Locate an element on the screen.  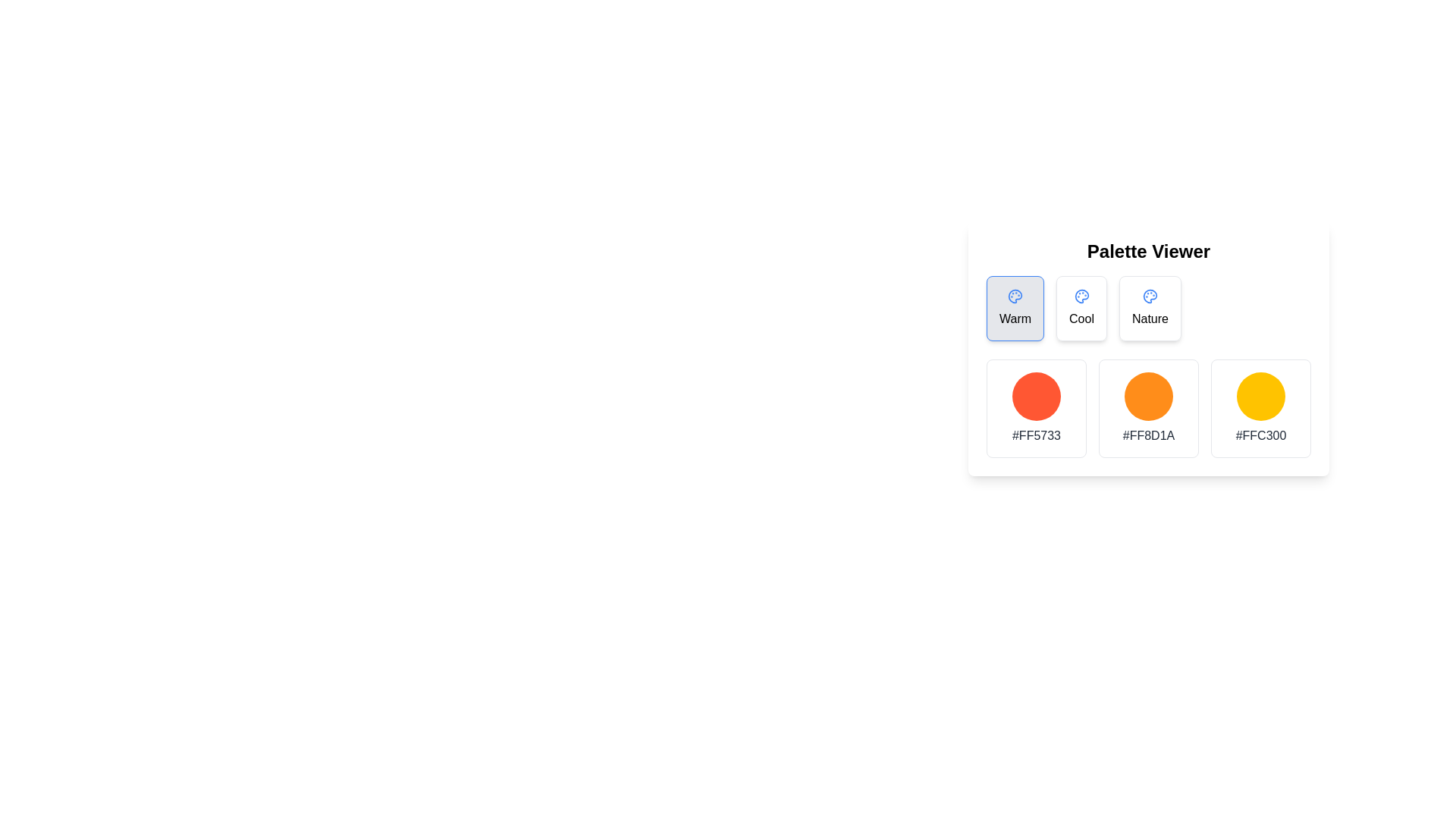
the third card labeled 'Nature' in the horizontal list of theme options is located at coordinates (1150, 308).